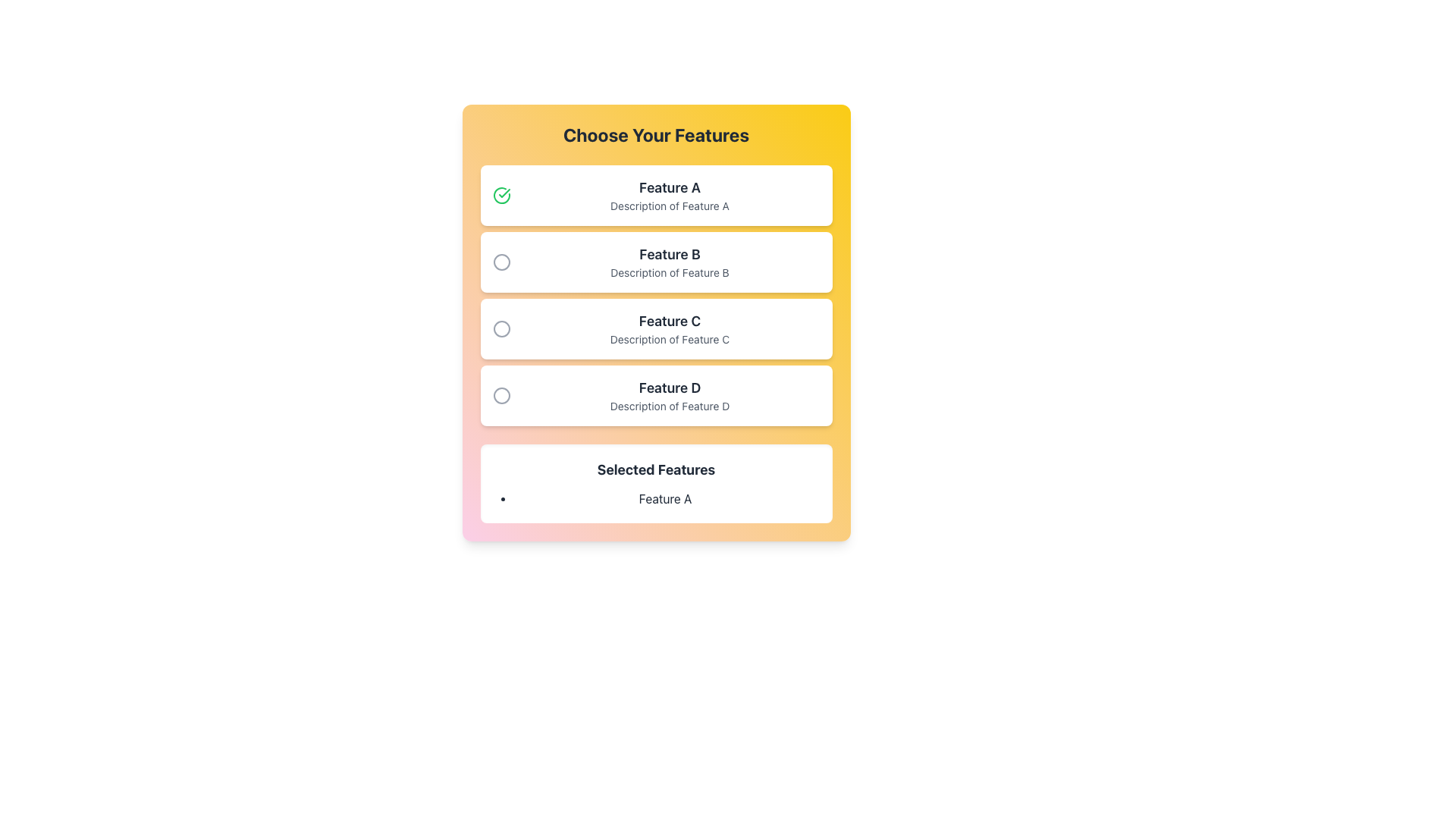 This screenshot has height=819, width=1456. What do you see at coordinates (501, 328) in the screenshot?
I see `the RadioButton for 'Feature C'` at bounding box center [501, 328].